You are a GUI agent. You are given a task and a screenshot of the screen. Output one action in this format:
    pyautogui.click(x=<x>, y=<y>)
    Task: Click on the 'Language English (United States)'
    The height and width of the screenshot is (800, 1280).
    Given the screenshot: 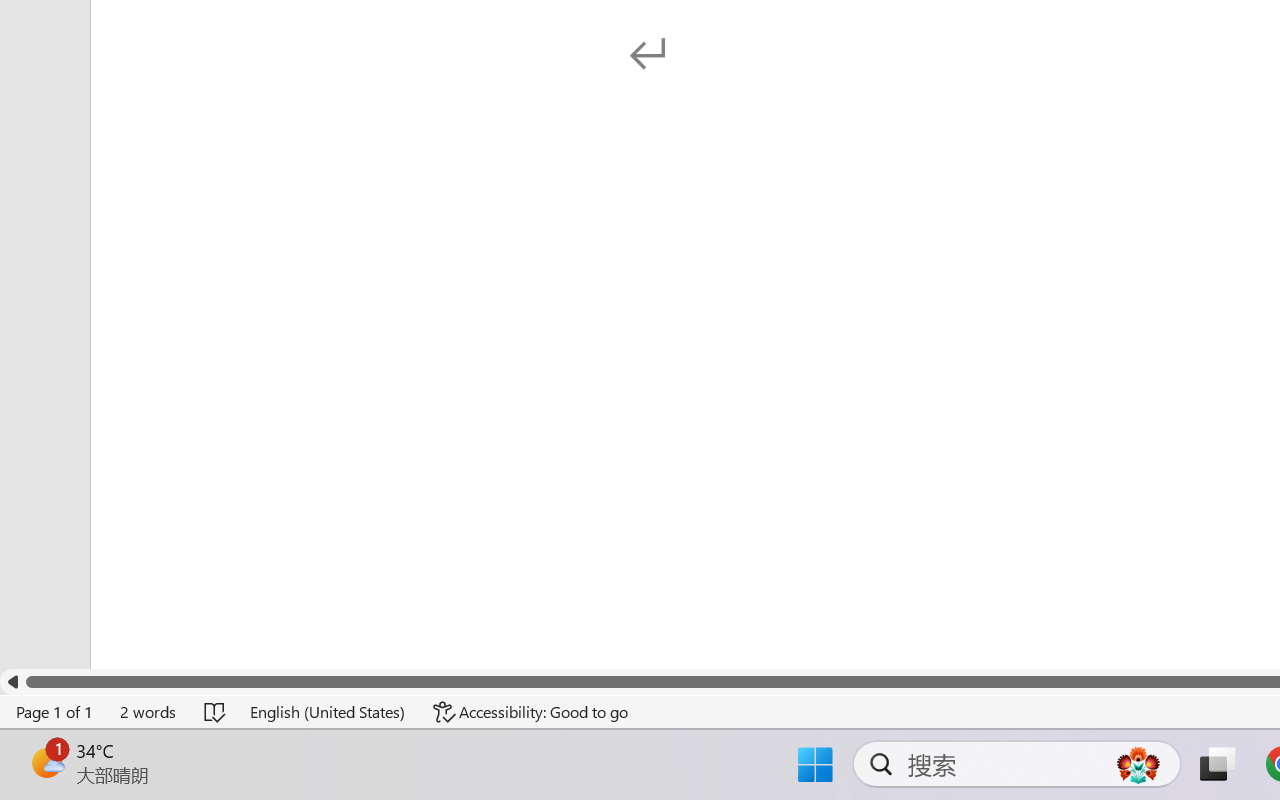 What is the action you would take?
    pyautogui.click(x=328, y=711)
    